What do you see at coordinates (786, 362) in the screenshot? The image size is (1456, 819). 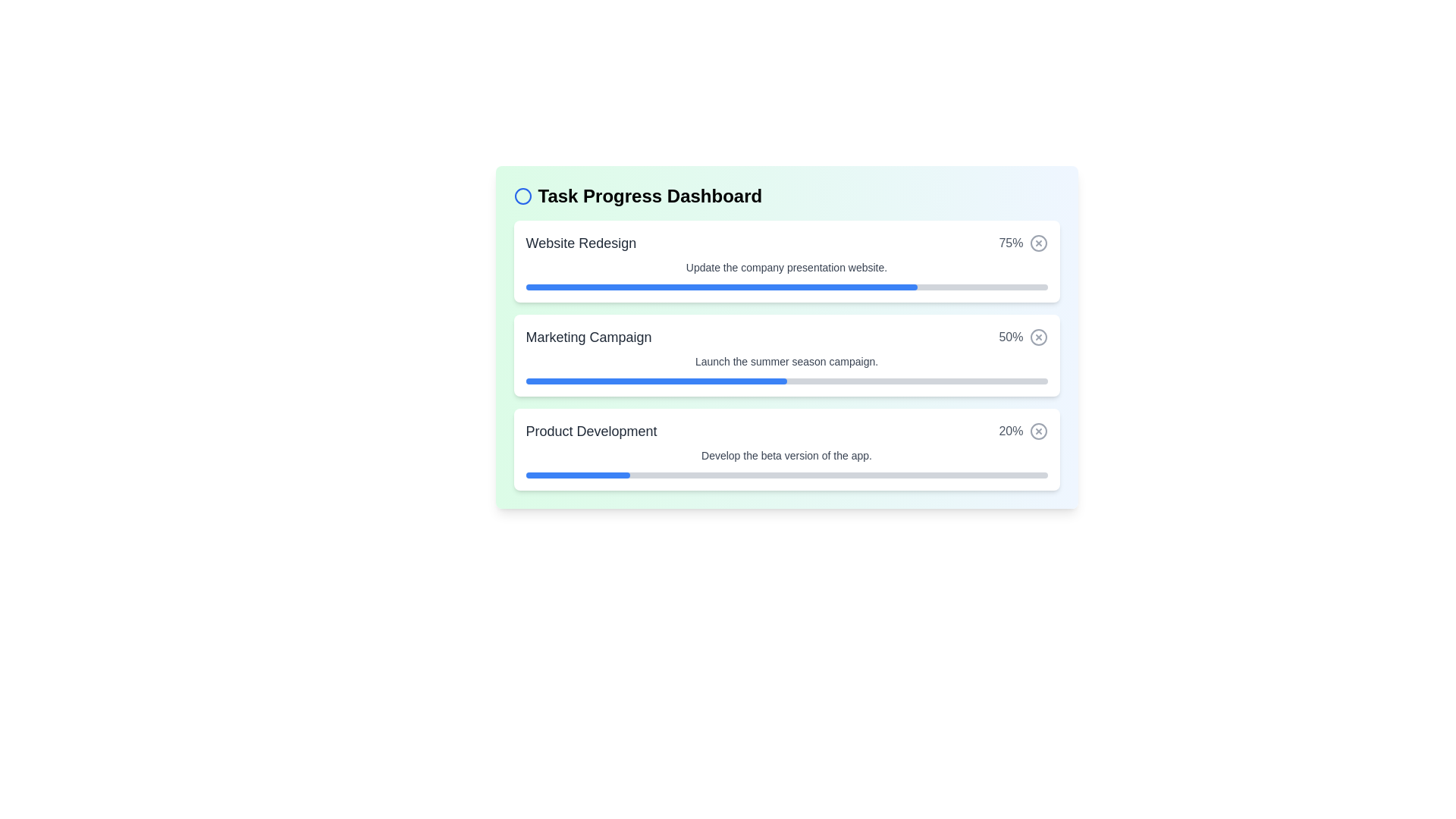 I see `text content of the Text label located below the 'Marketing Campaign' title and above the progress bar in the Task Progress Dashboard` at bounding box center [786, 362].